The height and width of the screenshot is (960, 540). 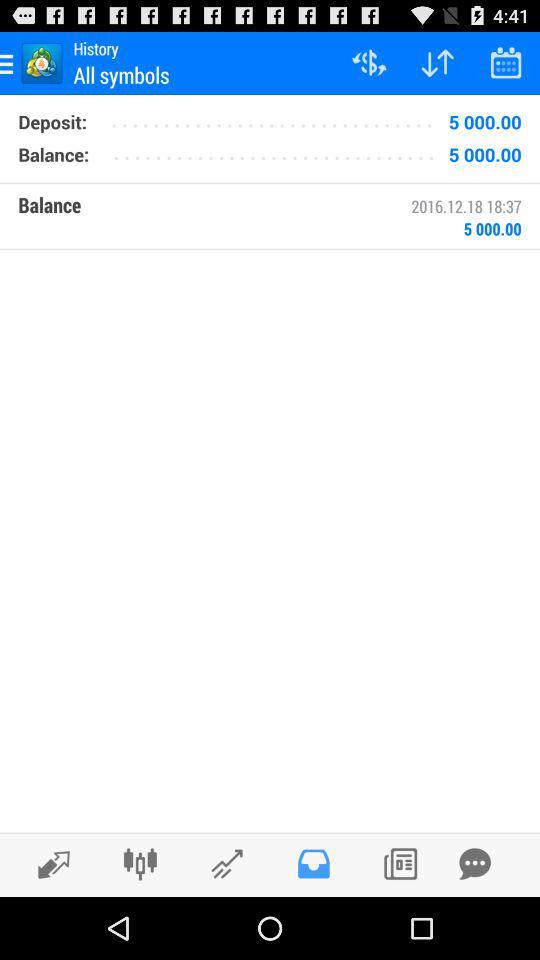 What do you see at coordinates (474, 863) in the screenshot?
I see `chat with us` at bounding box center [474, 863].